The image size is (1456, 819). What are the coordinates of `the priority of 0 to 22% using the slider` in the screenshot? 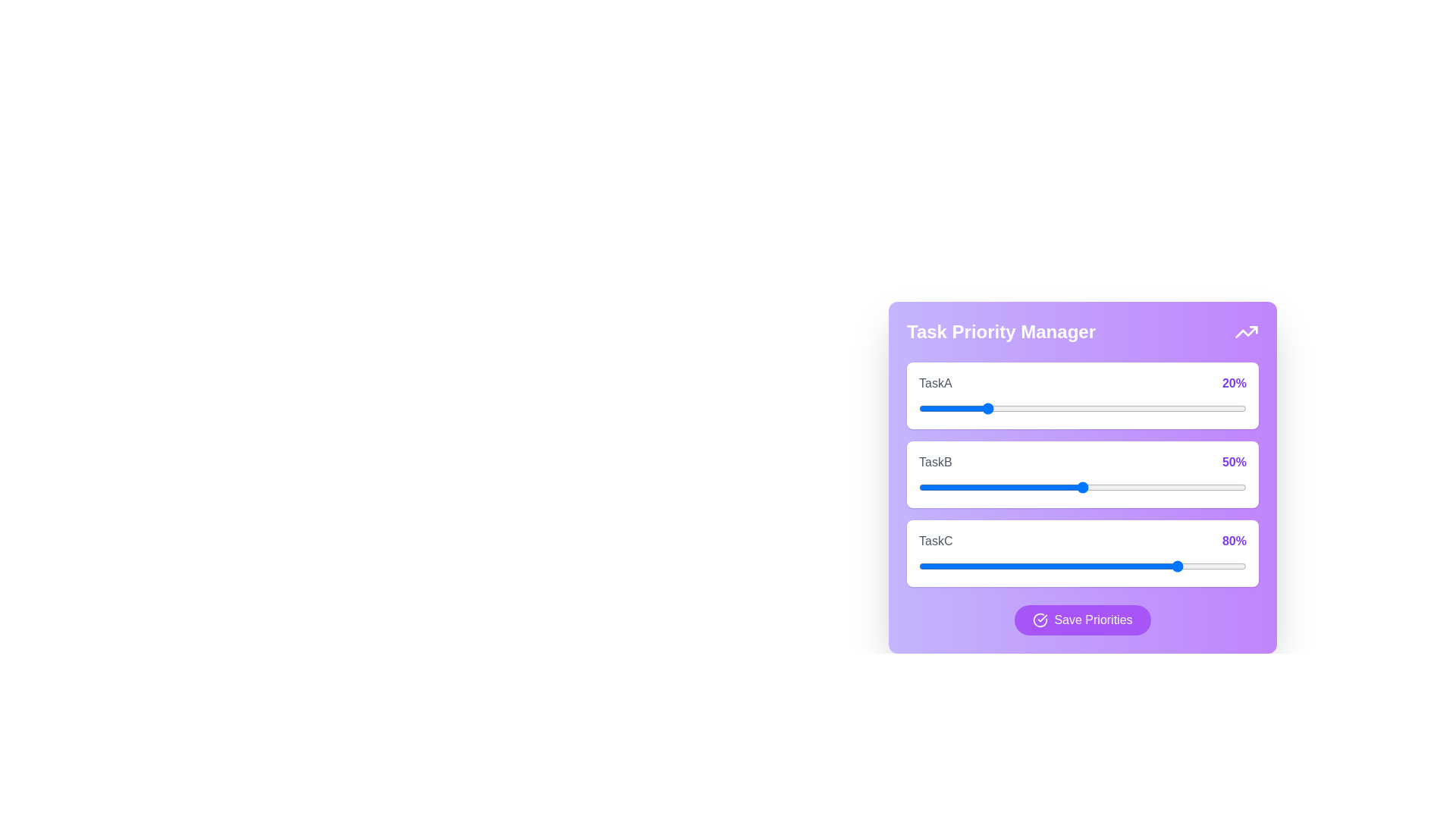 It's located at (990, 408).